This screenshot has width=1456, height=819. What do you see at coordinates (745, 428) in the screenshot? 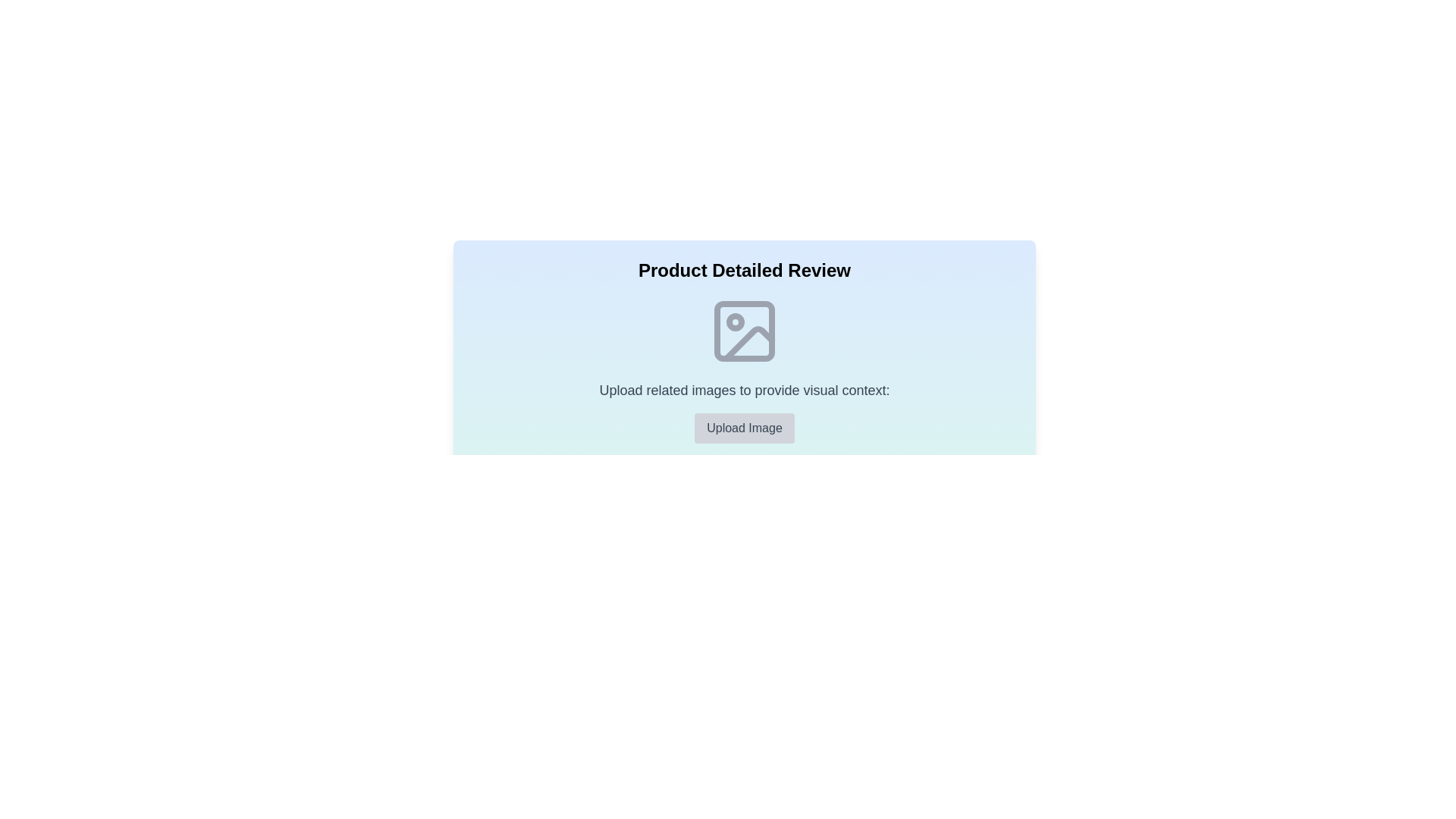
I see `'Upload Image' button to initiate the image upload process` at bounding box center [745, 428].